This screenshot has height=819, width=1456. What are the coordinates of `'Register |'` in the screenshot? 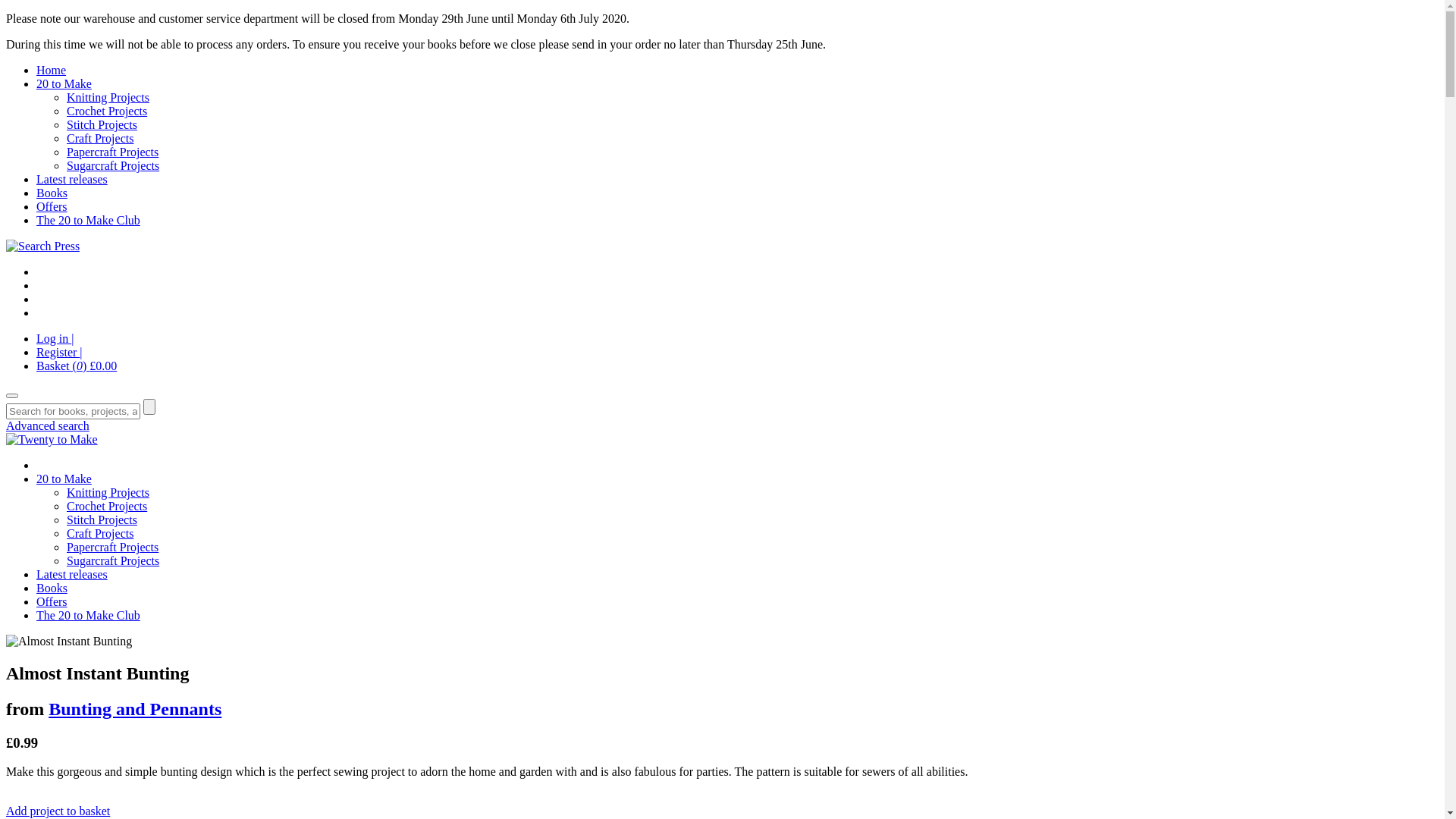 It's located at (59, 352).